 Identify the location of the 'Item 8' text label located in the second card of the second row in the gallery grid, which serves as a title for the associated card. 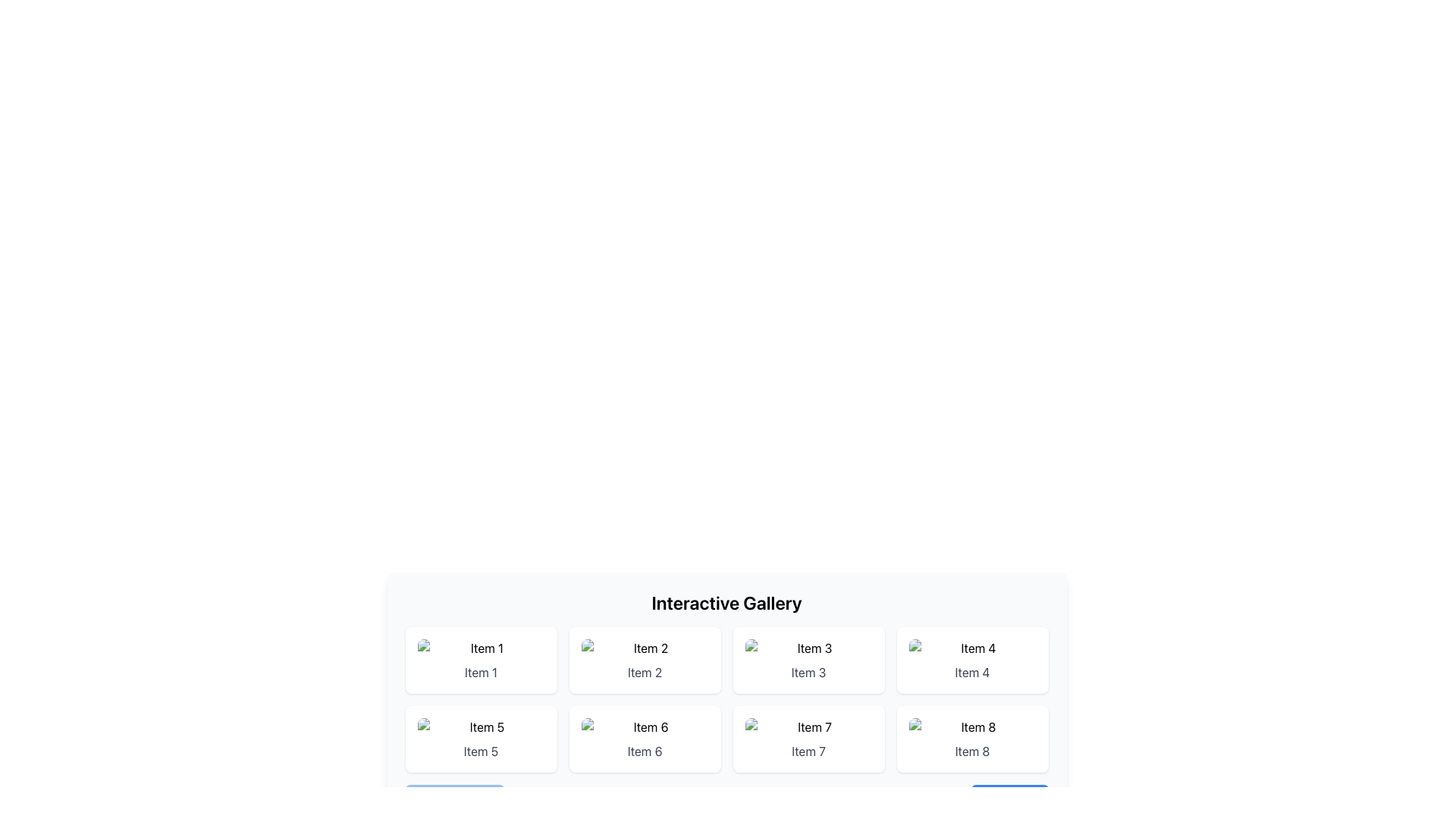
(972, 752).